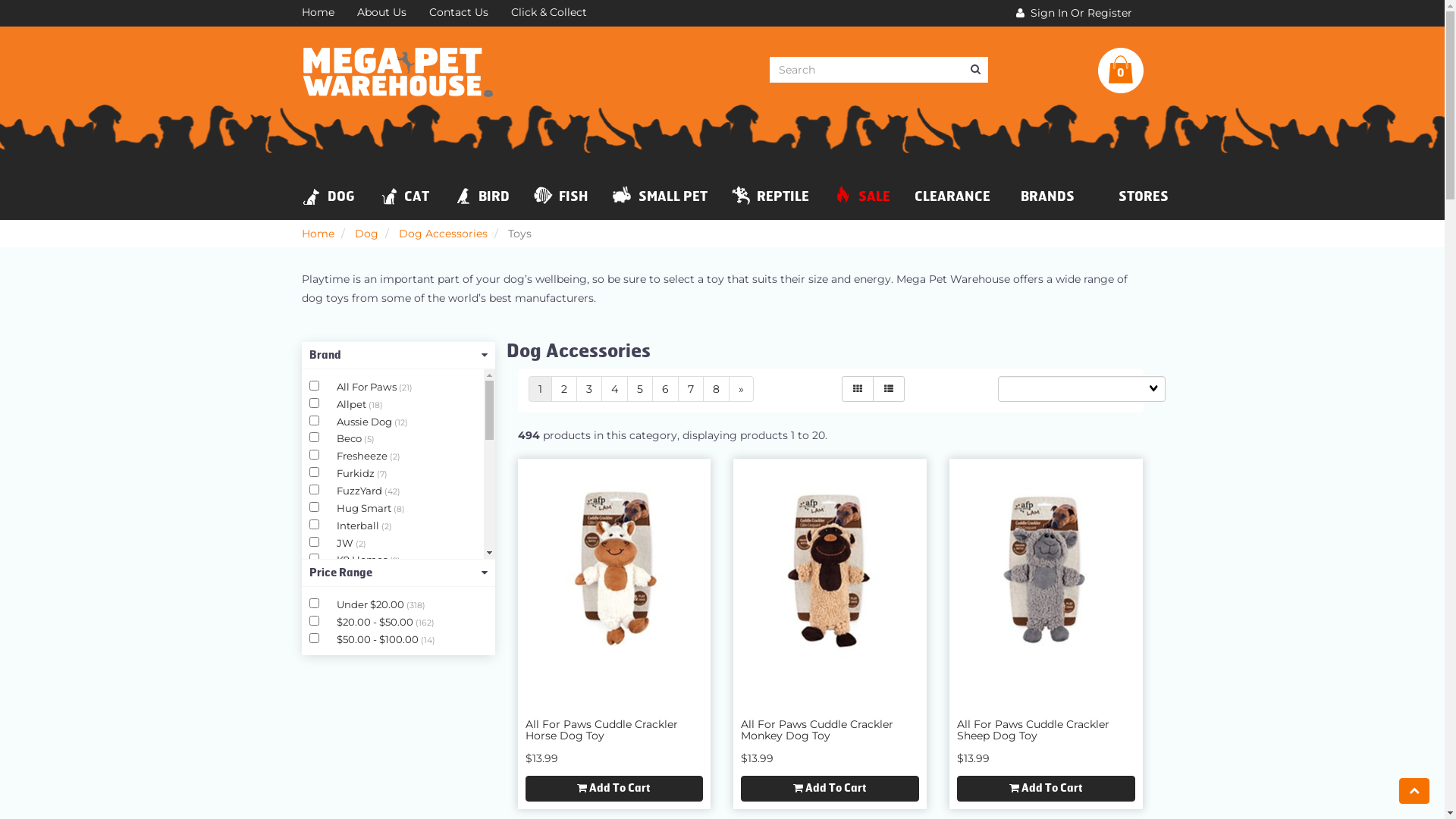  What do you see at coordinates (690, 388) in the screenshot?
I see `'7'` at bounding box center [690, 388].